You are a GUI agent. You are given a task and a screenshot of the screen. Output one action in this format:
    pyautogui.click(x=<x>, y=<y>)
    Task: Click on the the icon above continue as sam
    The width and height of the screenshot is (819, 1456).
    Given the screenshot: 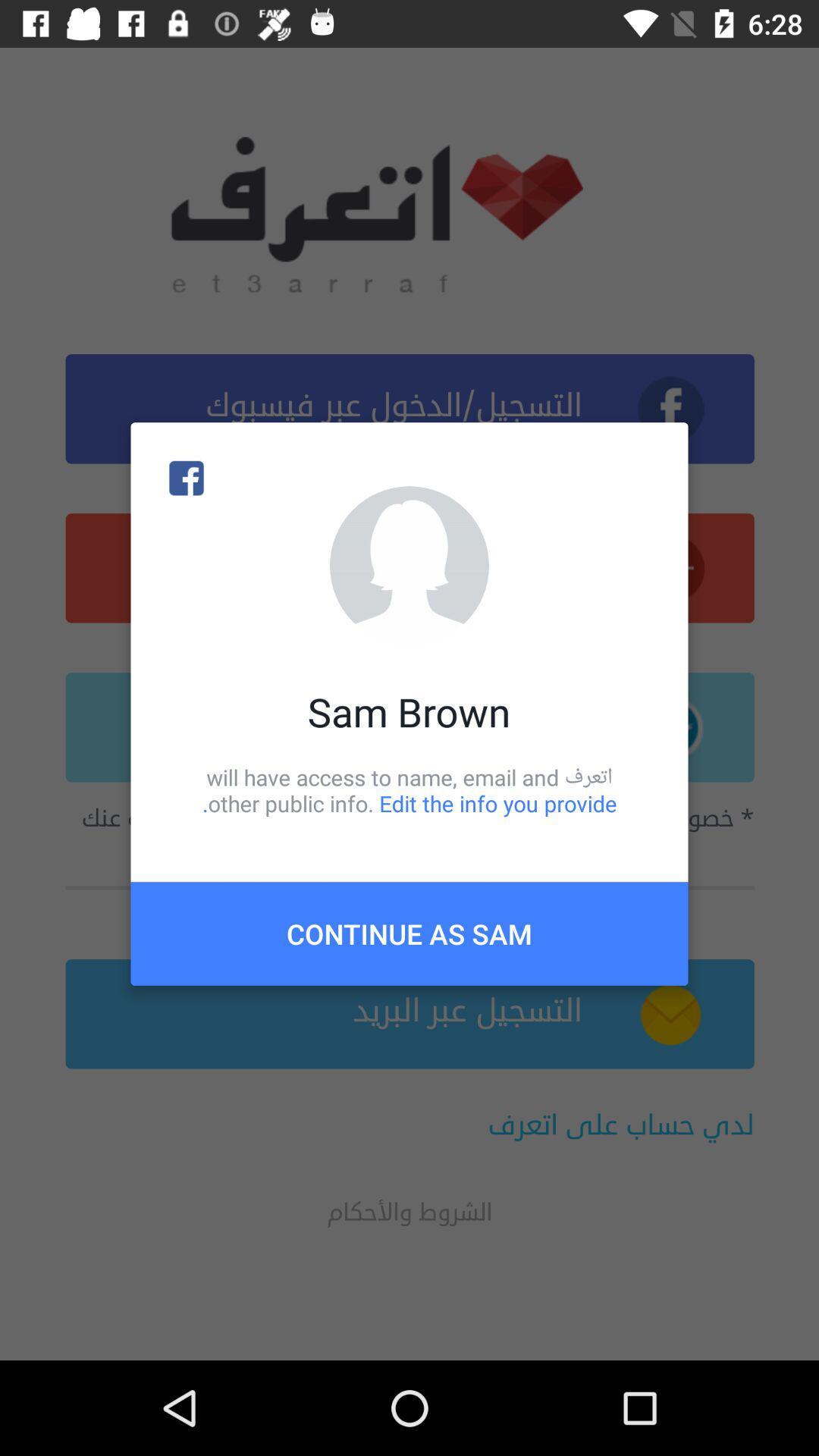 What is the action you would take?
    pyautogui.click(x=409, y=789)
    